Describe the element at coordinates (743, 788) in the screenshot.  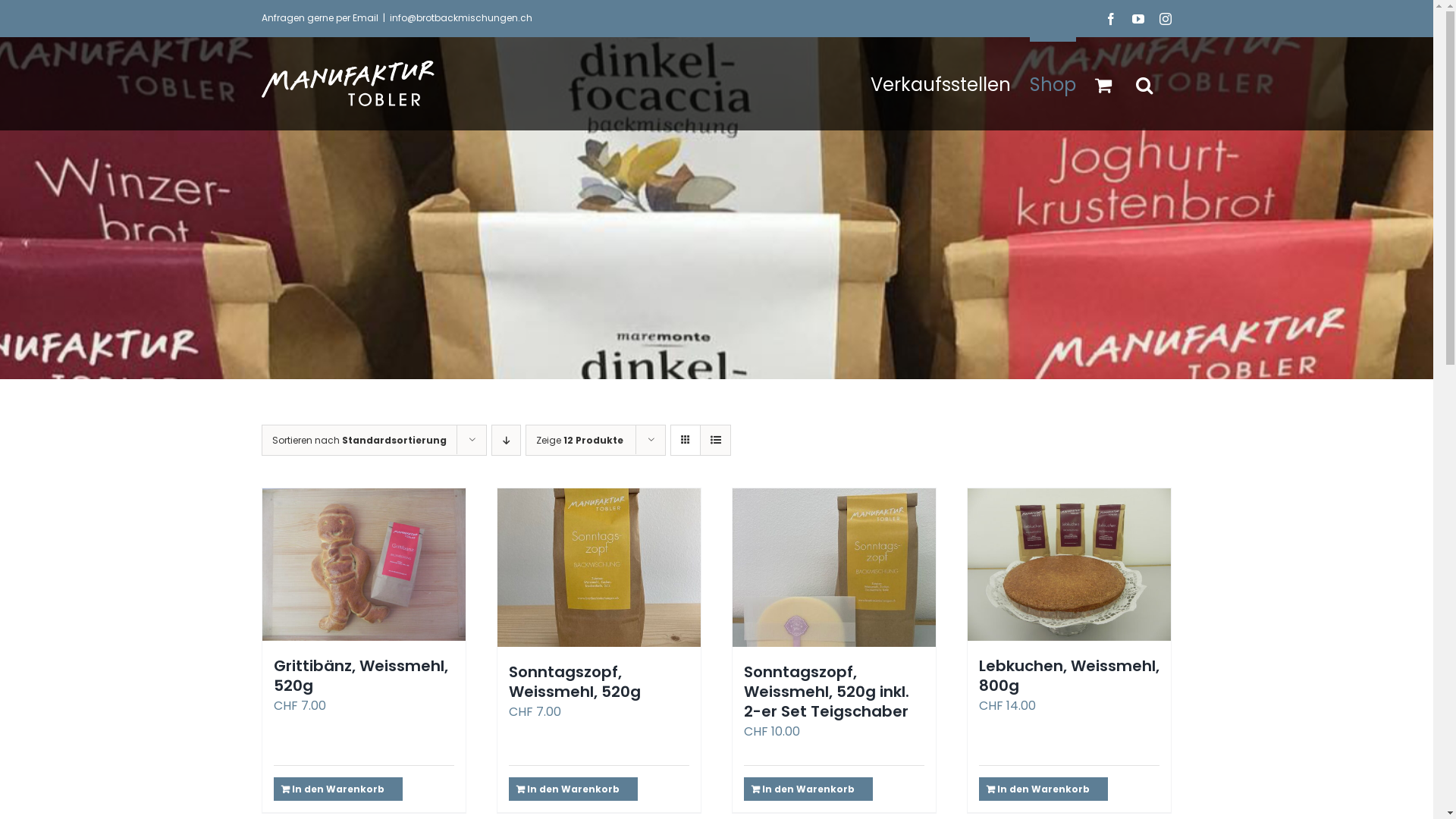
I see `'In den Warenkorb'` at that location.